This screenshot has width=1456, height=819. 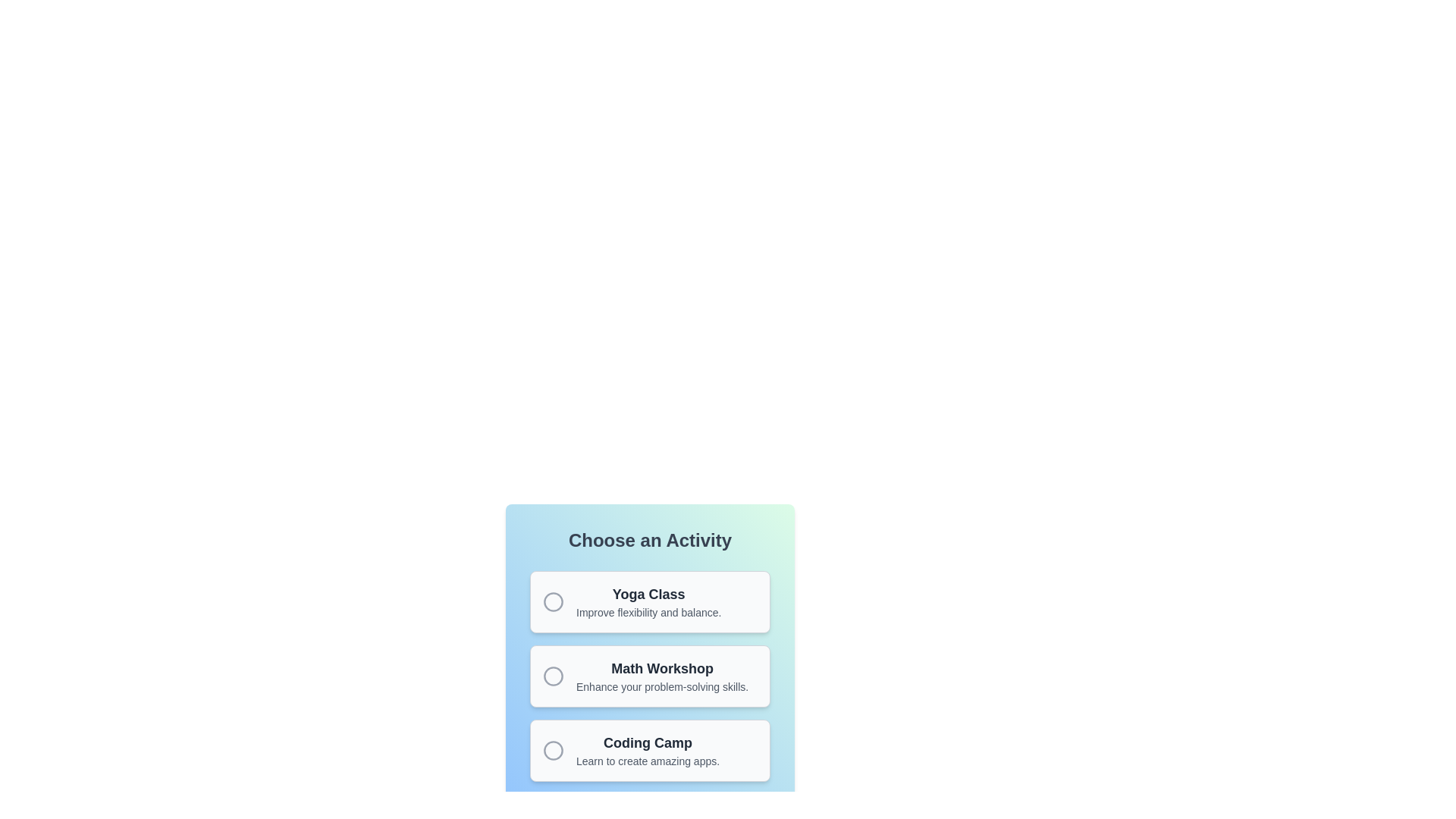 What do you see at coordinates (552, 675) in the screenshot?
I see `the radio button indicator for the 'Math Workshop' option, which is part of the second activity option in the list of three activity options` at bounding box center [552, 675].